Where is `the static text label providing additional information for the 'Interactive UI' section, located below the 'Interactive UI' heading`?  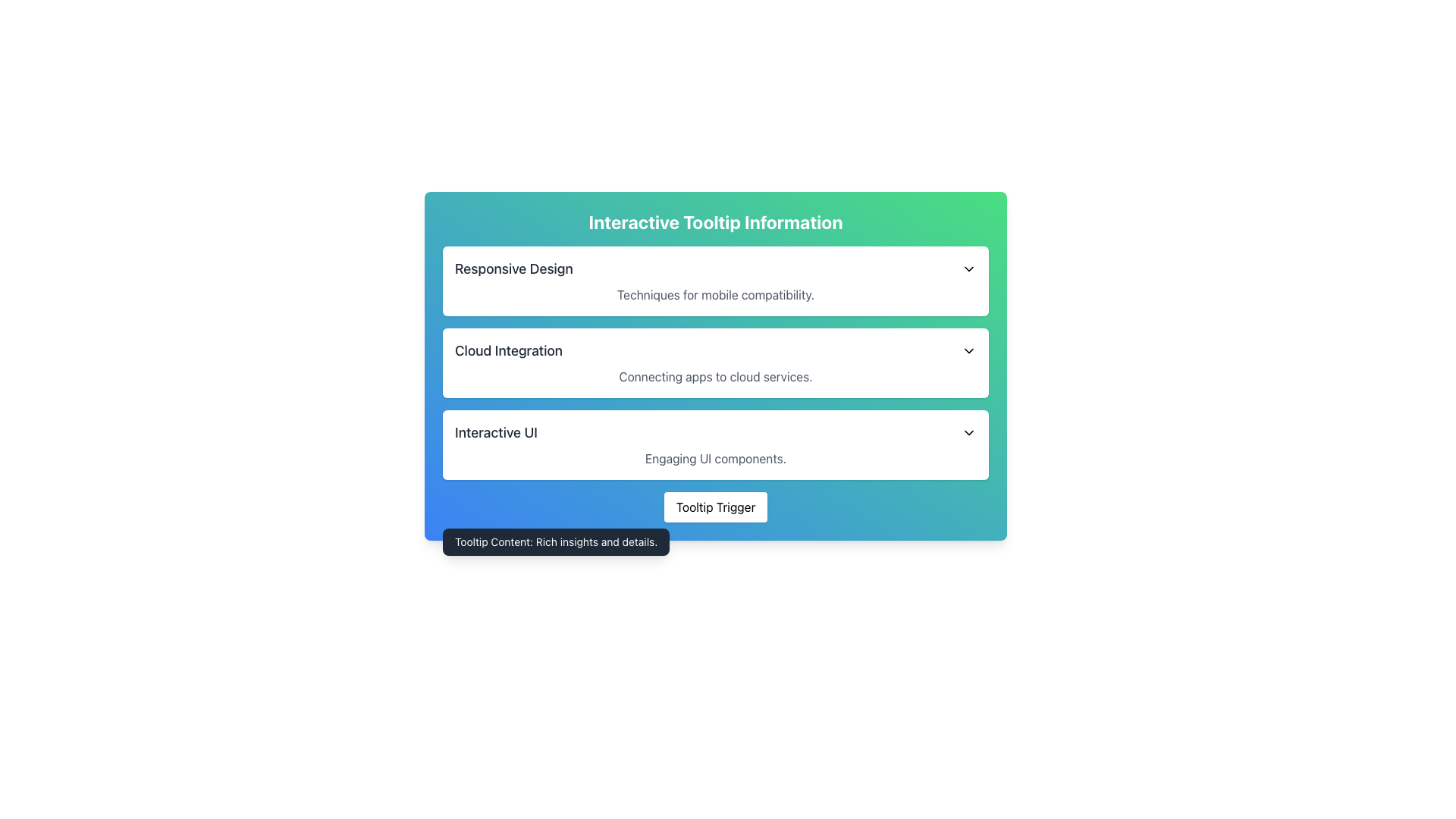
the static text label providing additional information for the 'Interactive UI' section, located below the 'Interactive UI' heading is located at coordinates (715, 458).